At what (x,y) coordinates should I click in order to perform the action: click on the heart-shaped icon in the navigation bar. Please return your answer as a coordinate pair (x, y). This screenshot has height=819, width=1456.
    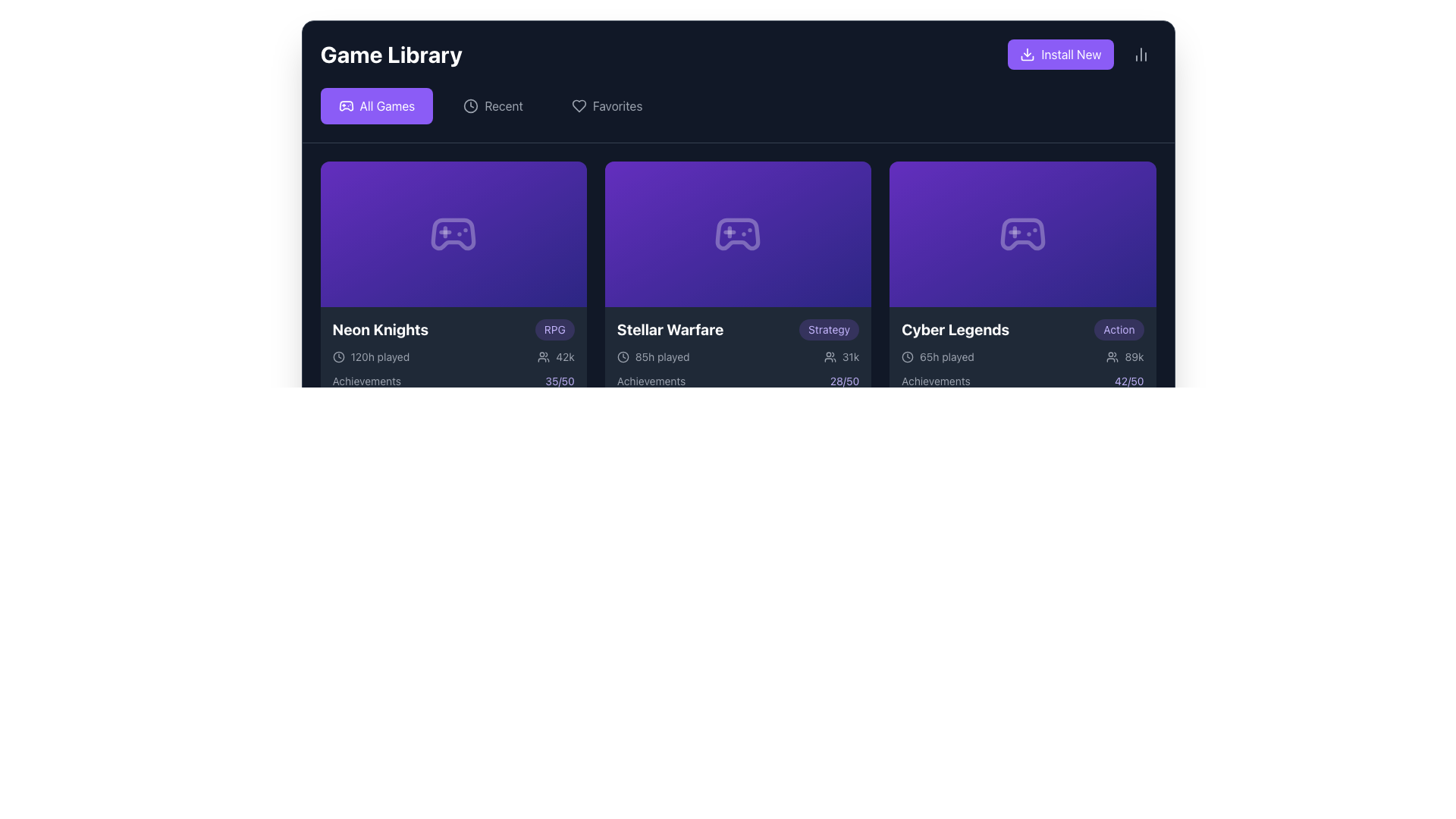
    Looking at the image, I should click on (578, 105).